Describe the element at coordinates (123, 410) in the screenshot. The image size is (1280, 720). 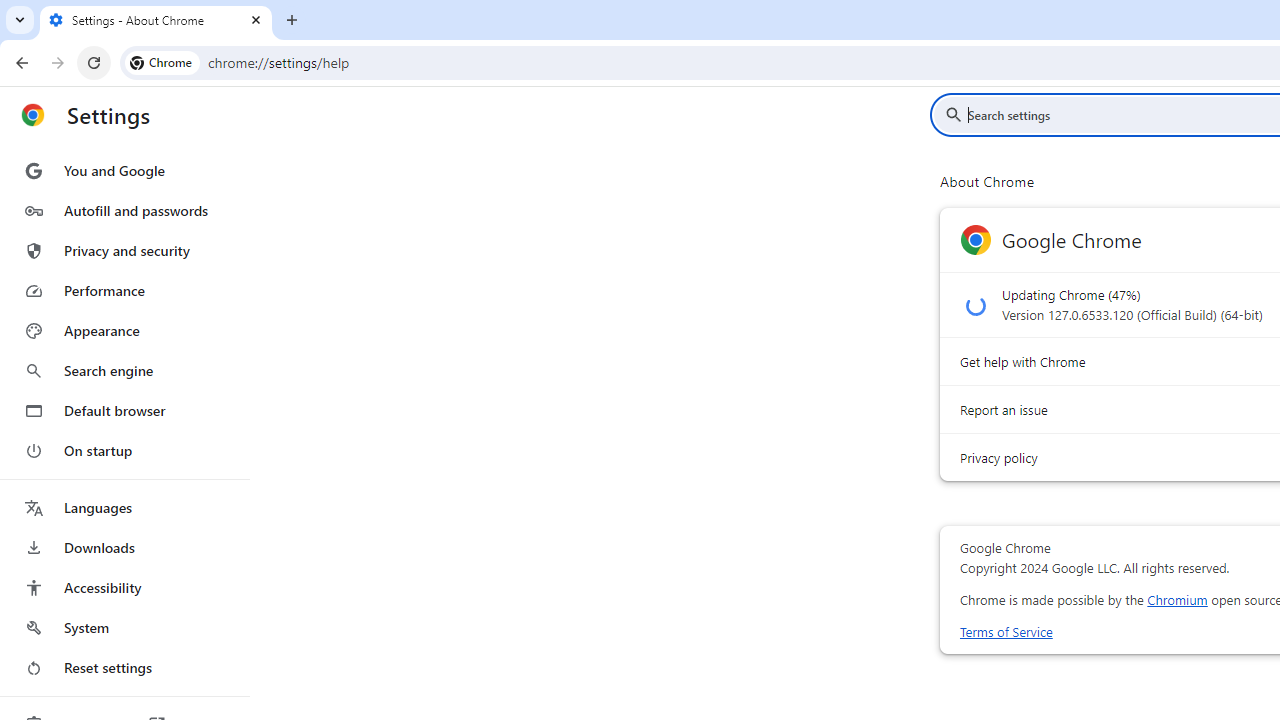
I see `'Default browser'` at that location.